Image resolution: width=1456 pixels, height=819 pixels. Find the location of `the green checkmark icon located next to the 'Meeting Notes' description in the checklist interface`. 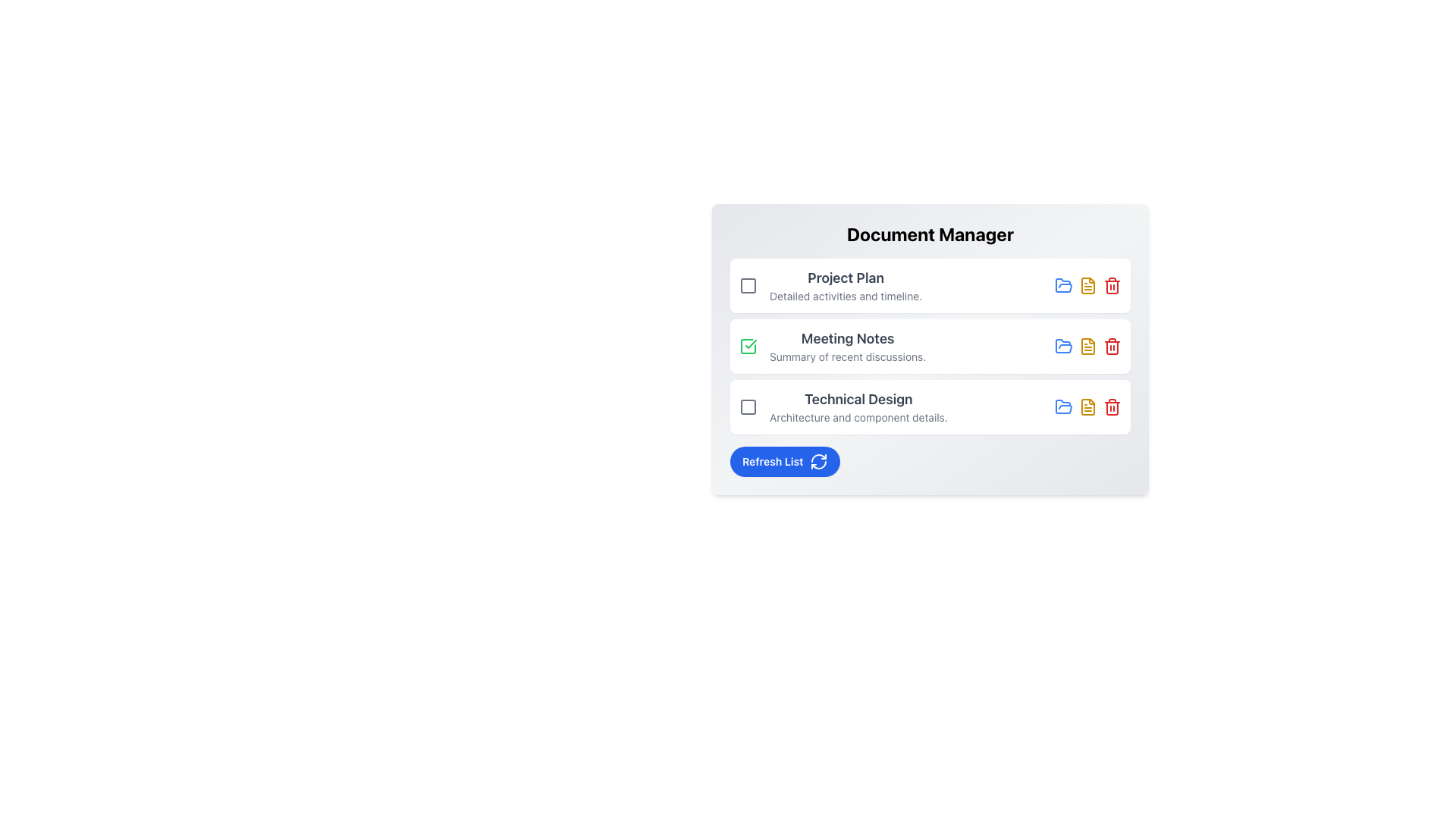

the green checkmark icon located next to the 'Meeting Notes' description in the checklist interface is located at coordinates (751, 344).